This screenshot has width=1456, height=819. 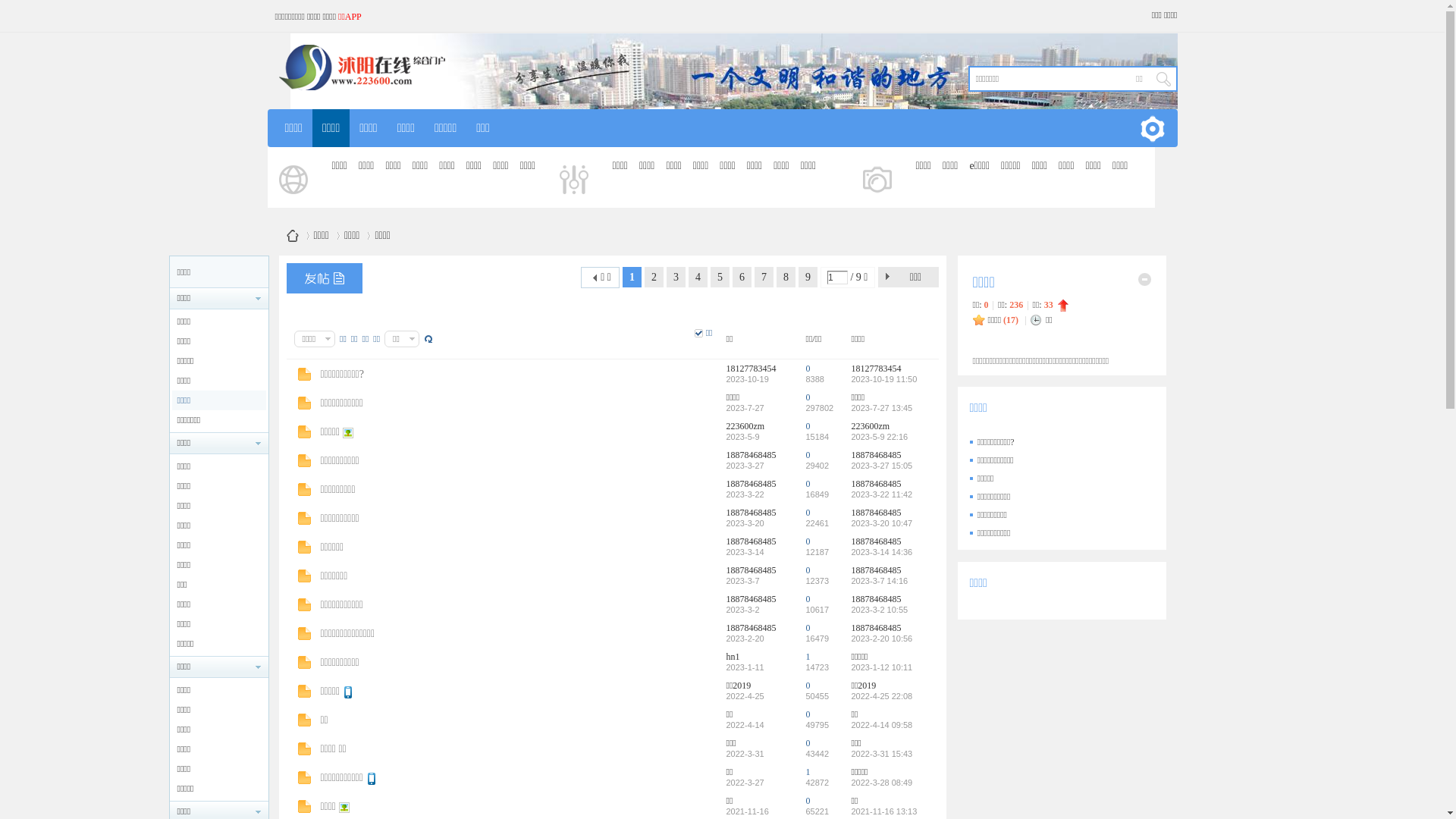 I want to click on '2', so click(x=654, y=277).